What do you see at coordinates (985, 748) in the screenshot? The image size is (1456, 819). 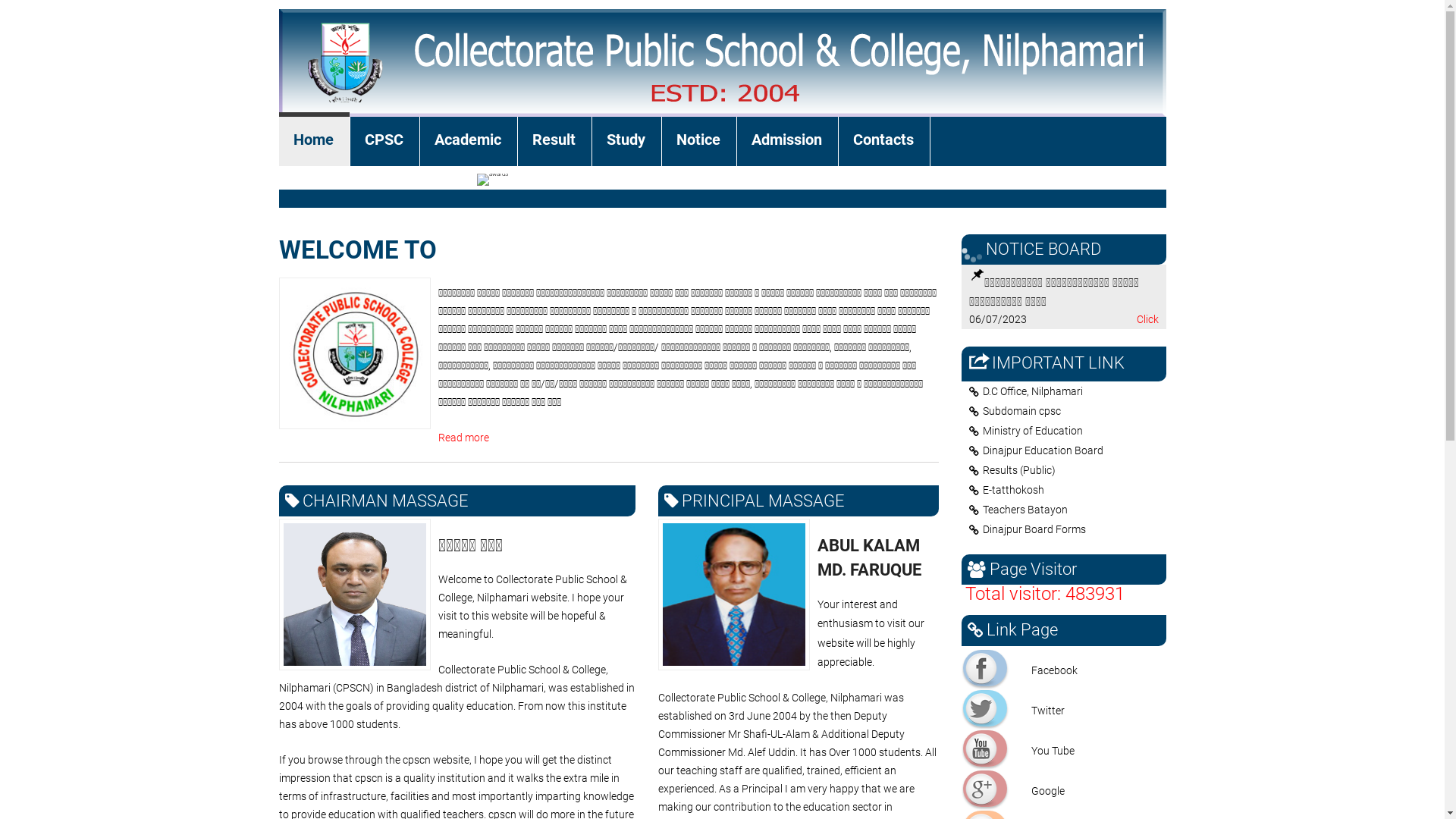 I see `'You Tube'` at bounding box center [985, 748].